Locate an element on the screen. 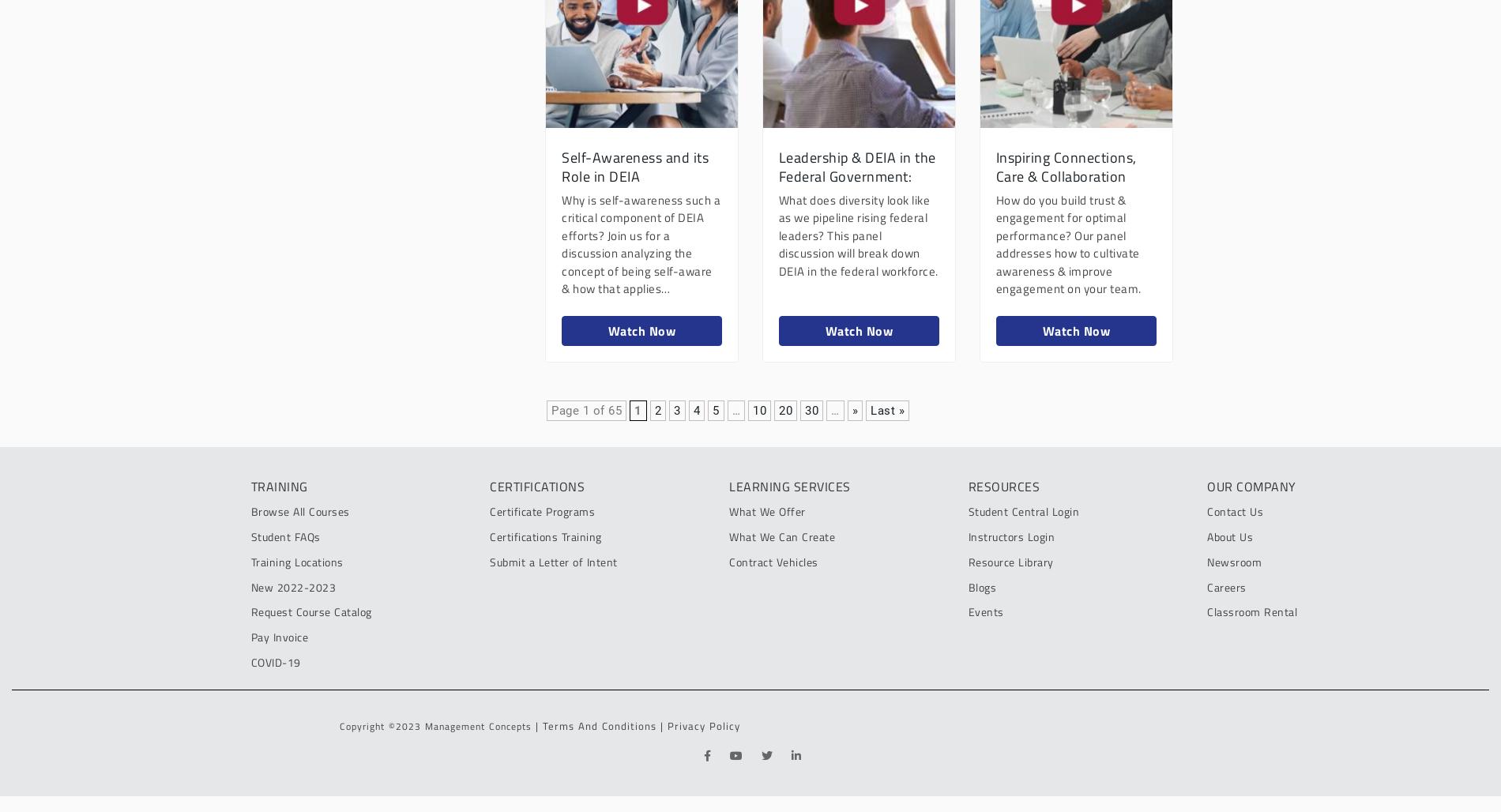  'Blogs' is located at coordinates (980, 585).